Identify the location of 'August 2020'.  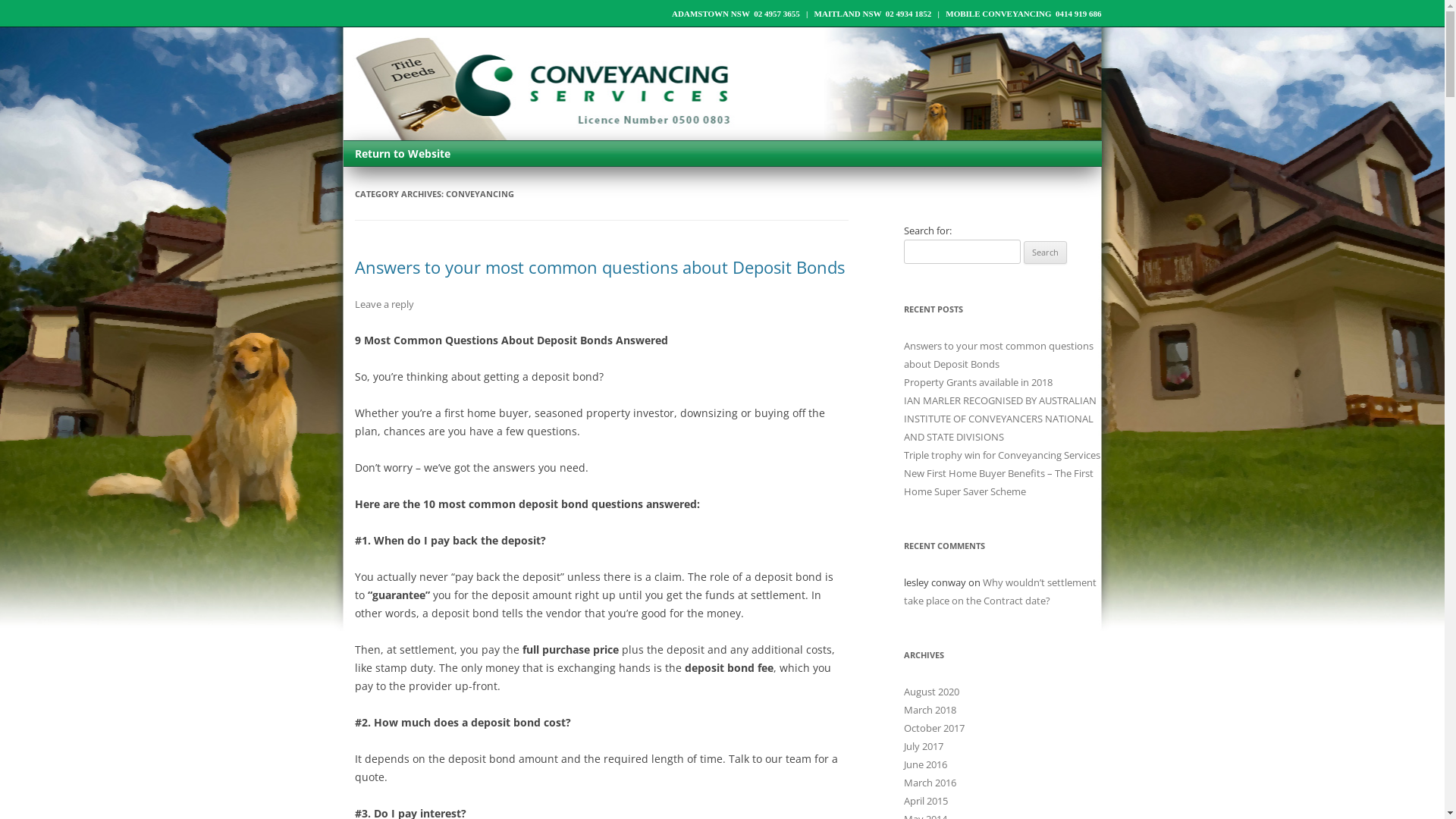
(903, 691).